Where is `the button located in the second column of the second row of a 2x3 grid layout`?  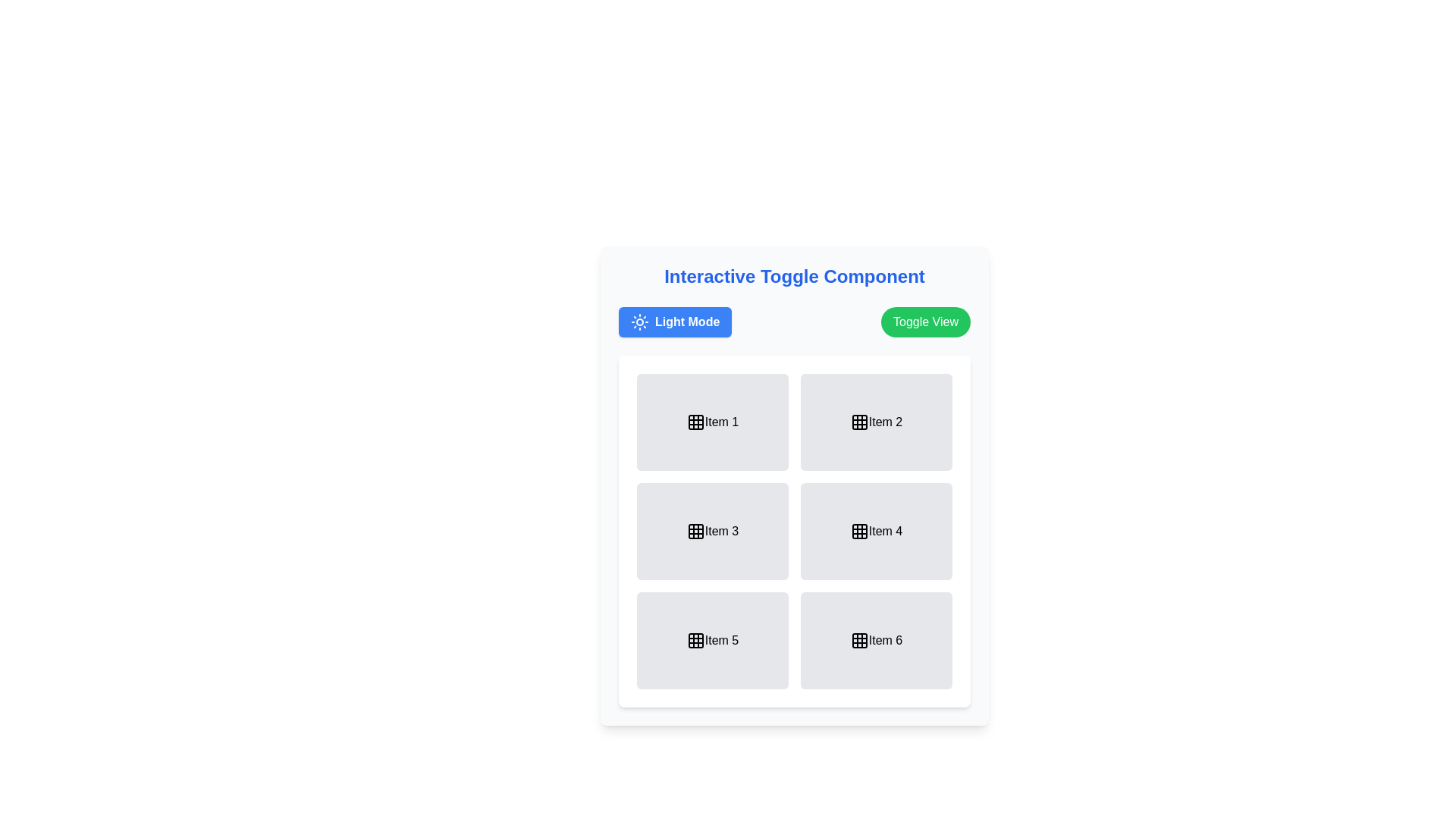 the button located in the second column of the second row of a 2x3 grid layout is located at coordinates (877, 531).